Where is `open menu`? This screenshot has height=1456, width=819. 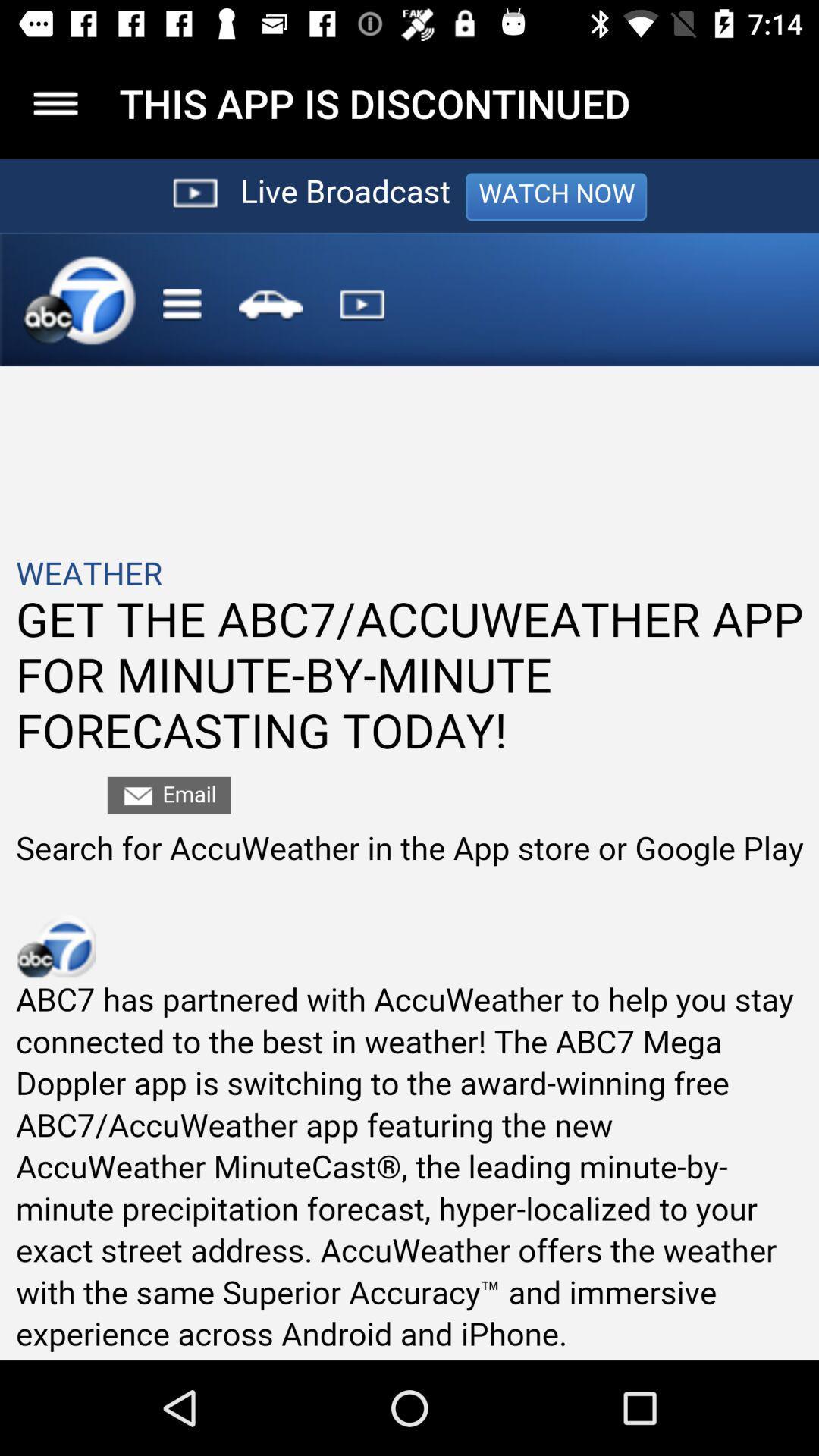 open menu is located at coordinates (55, 102).